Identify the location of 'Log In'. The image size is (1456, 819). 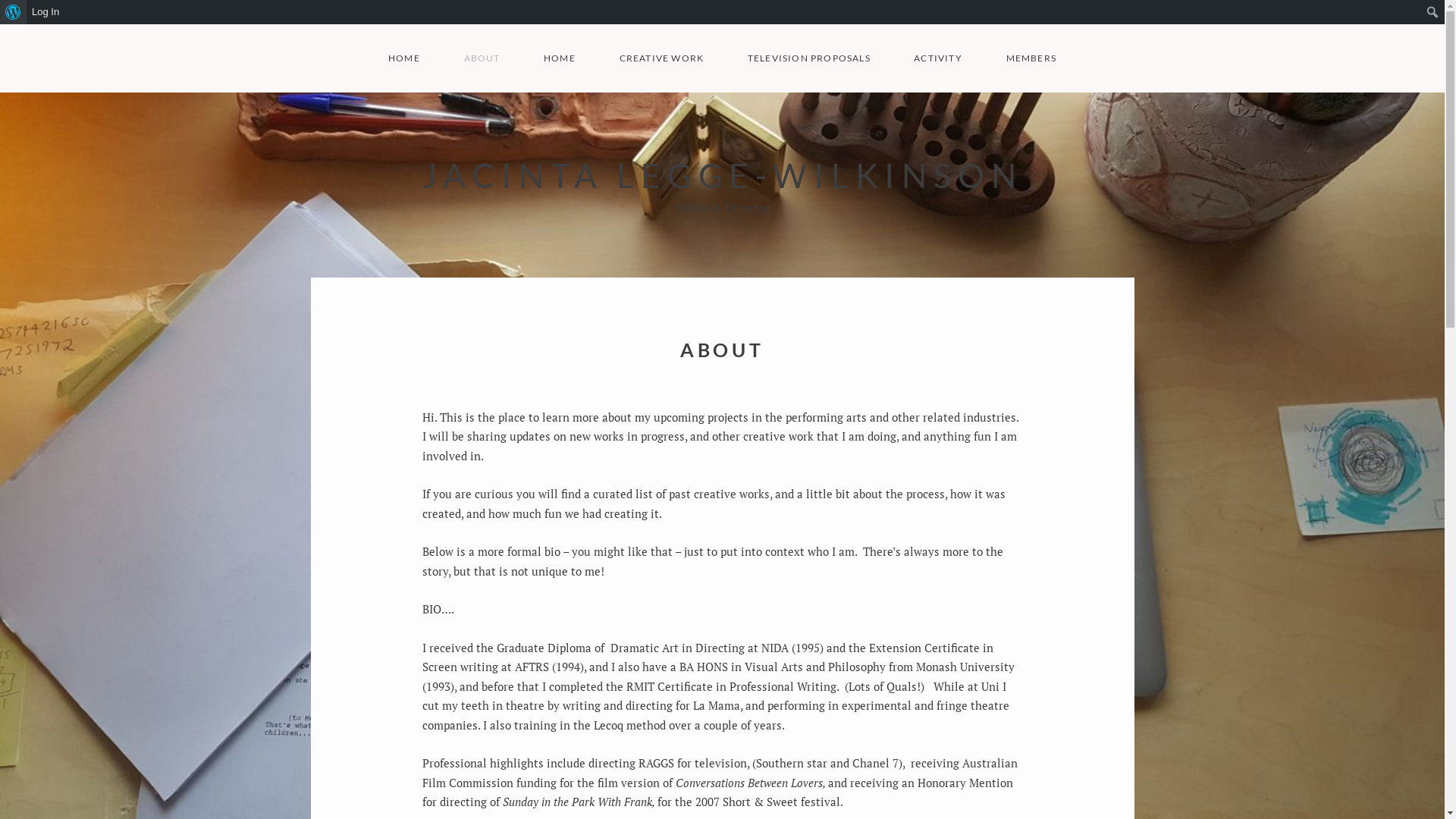
(45, 11).